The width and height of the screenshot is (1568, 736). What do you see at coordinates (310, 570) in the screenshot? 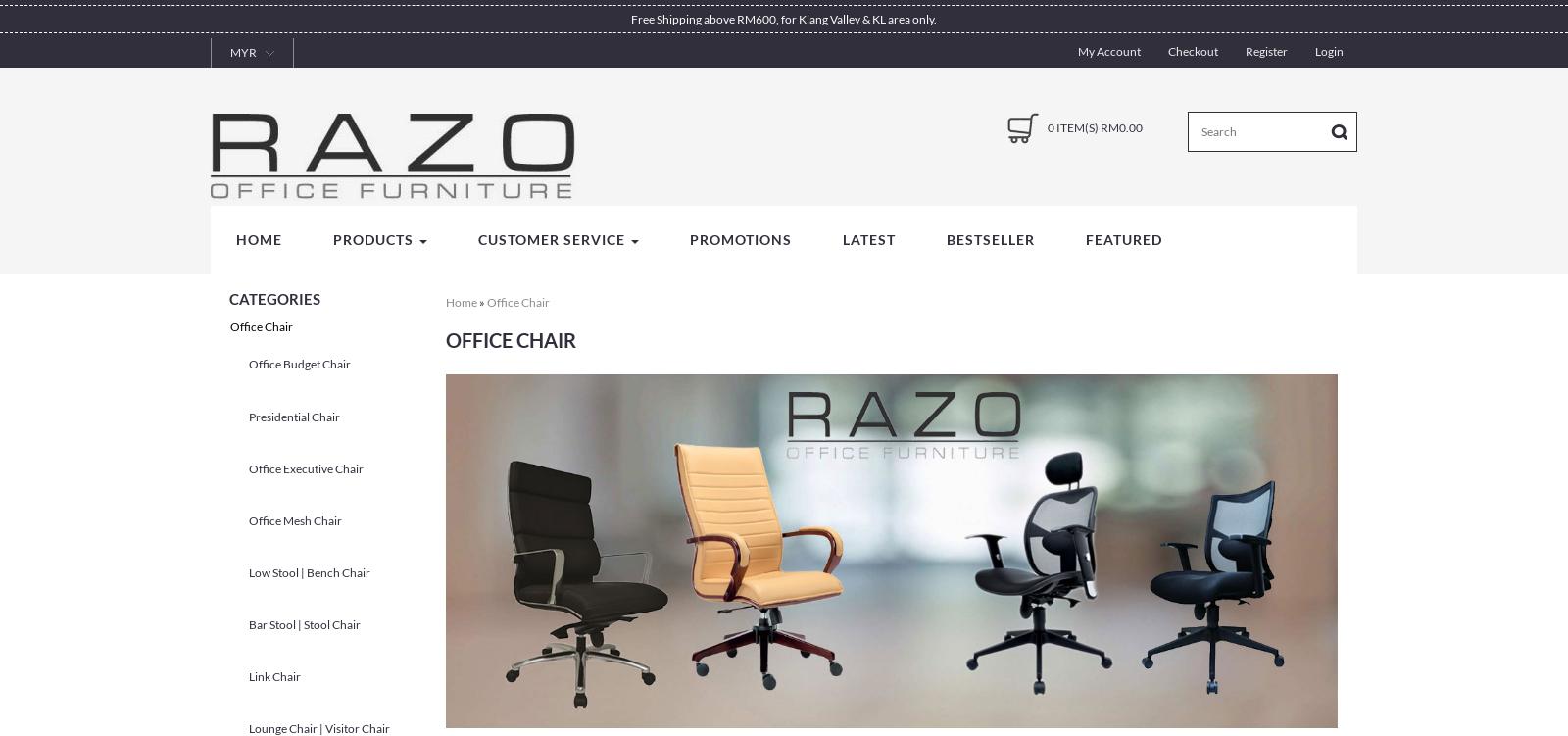
I see `'Low Stool | Bench Chair'` at bounding box center [310, 570].